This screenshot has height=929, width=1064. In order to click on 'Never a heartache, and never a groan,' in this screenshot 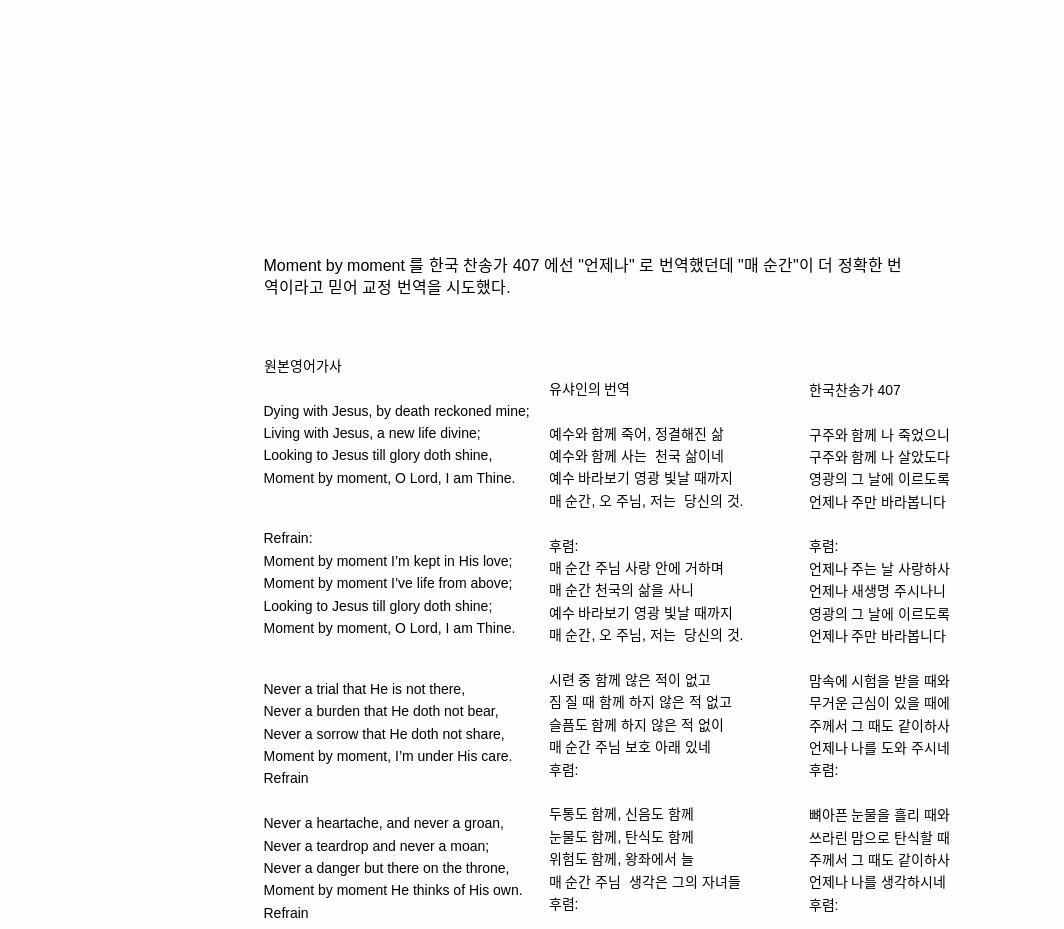, I will do `click(383, 822)`.